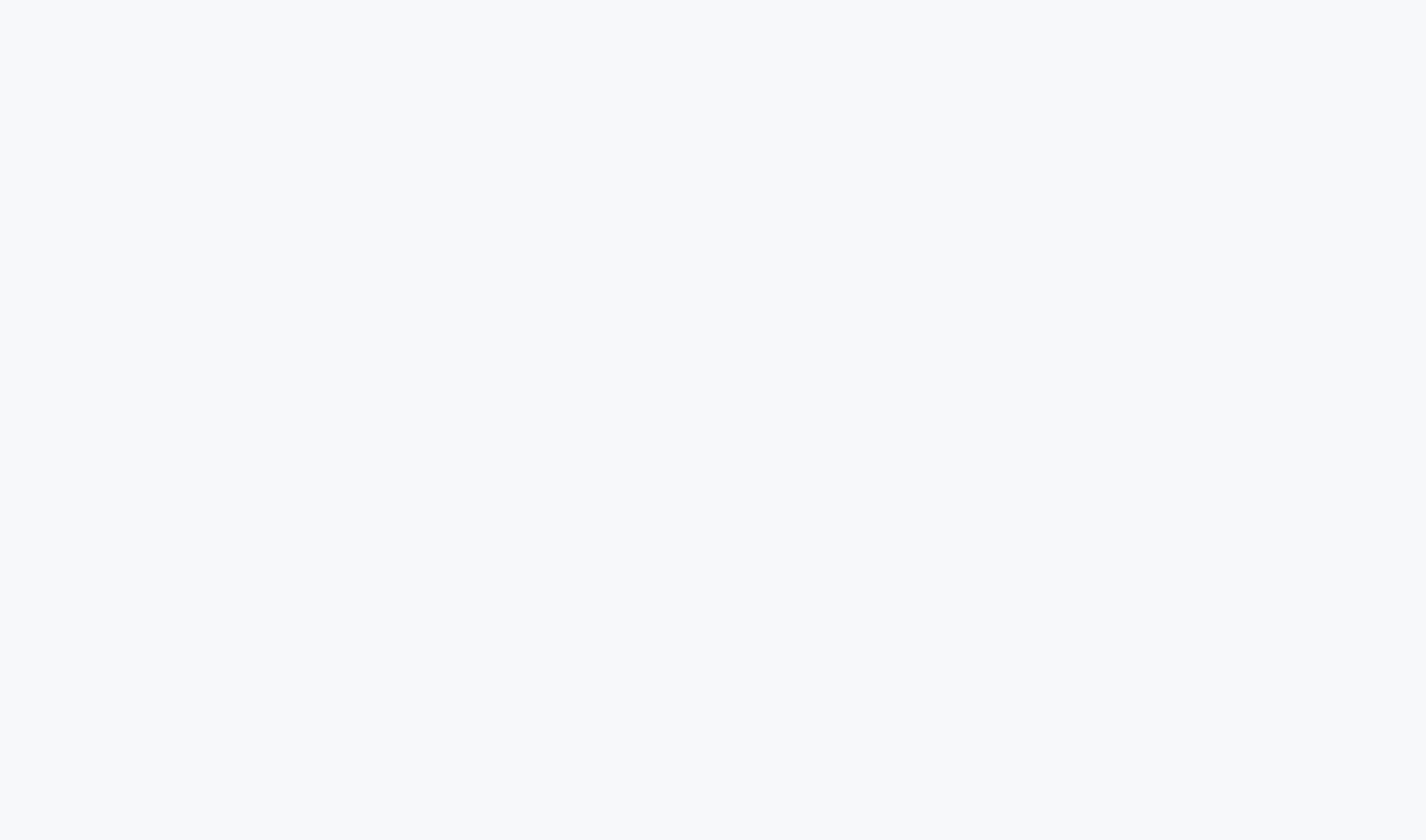 The image size is (1426, 840). What do you see at coordinates (806, 724) in the screenshot?
I see `'Contact Us'` at bounding box center [806, 724].